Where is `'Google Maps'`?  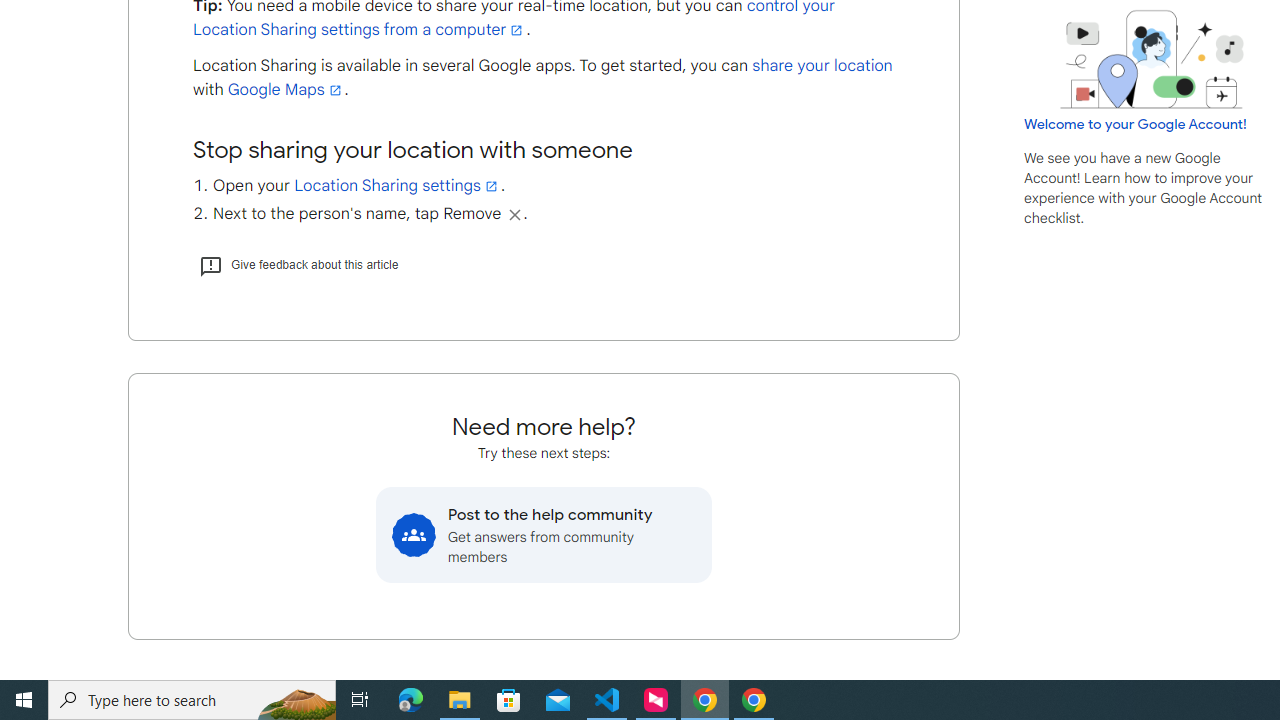
'Google Maps' is located at coordinates (285, 90).